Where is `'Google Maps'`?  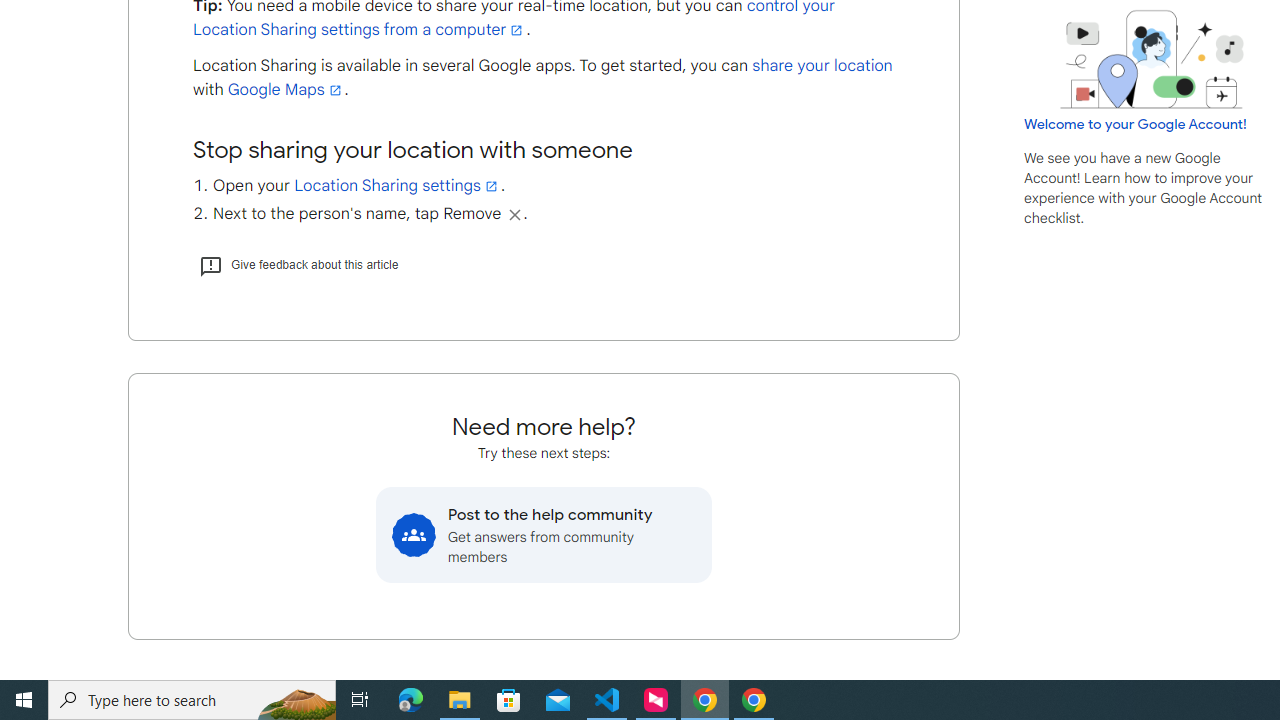
'Google Maps' is located at coordinates (285, 90).